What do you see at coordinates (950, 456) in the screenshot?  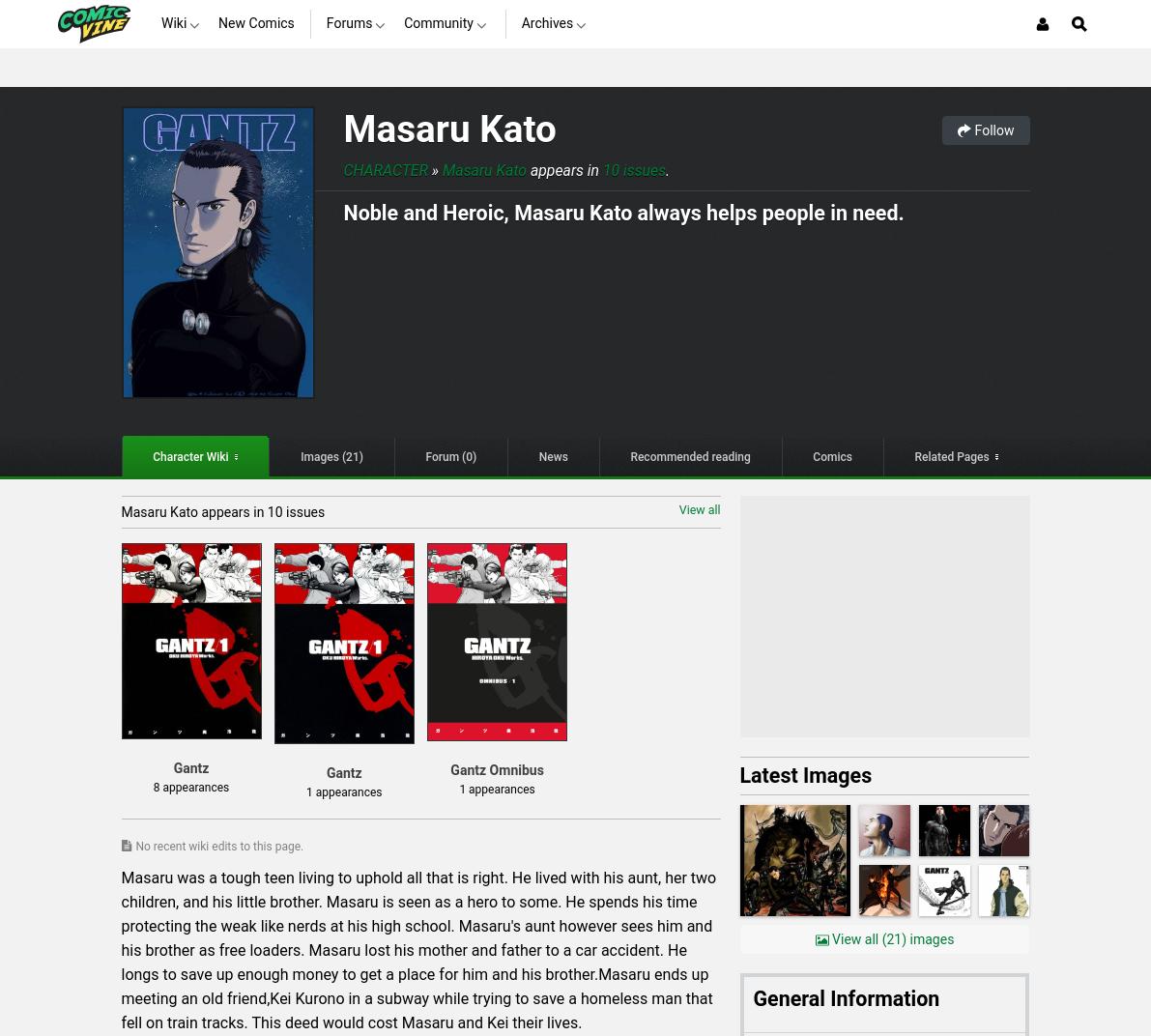 I see `'Related Pages'` at bounding box center [950, 456].